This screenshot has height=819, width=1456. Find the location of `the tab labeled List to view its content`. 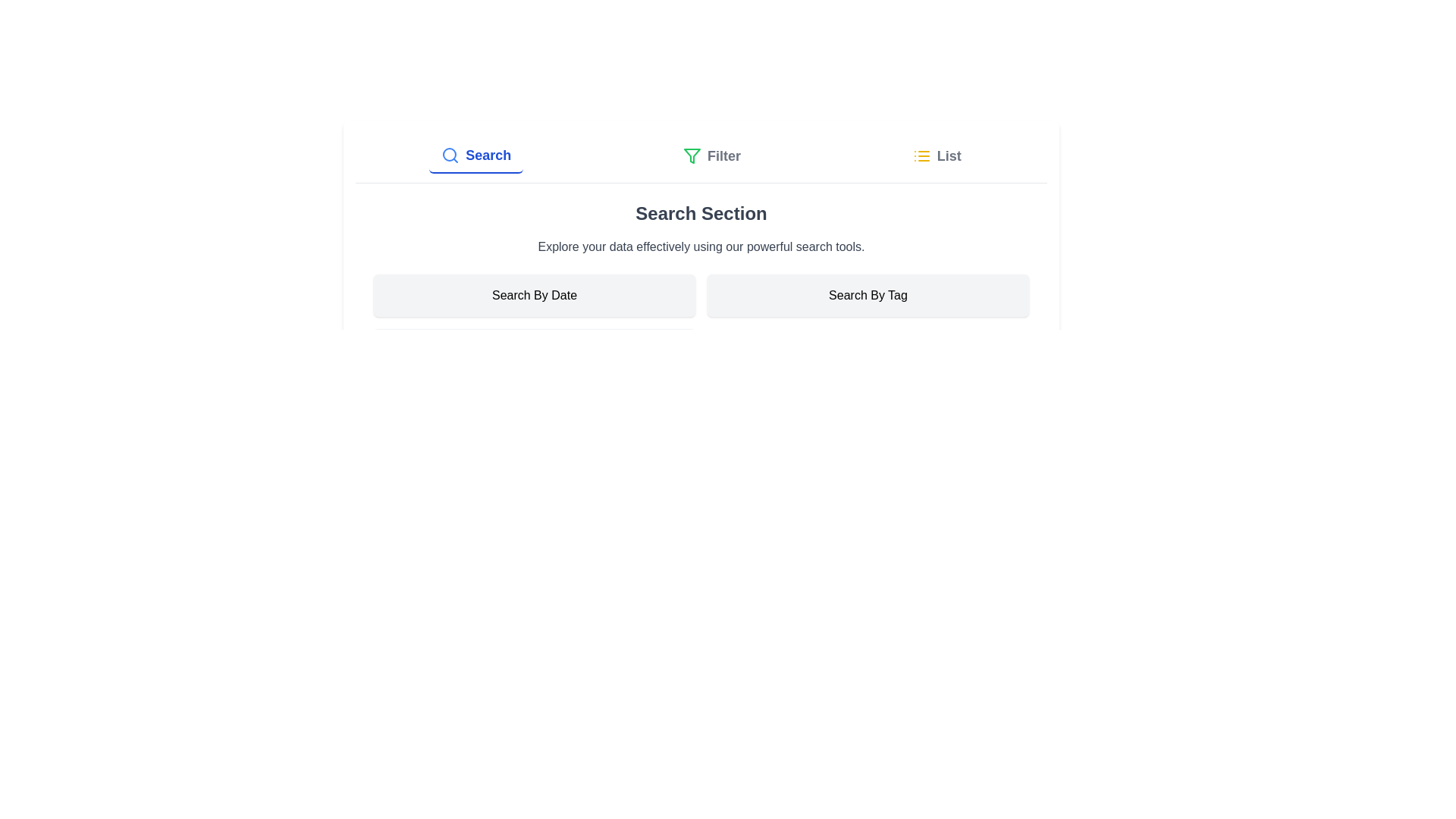

the tab labeled List to view its content is located at coordinates (936, 155).